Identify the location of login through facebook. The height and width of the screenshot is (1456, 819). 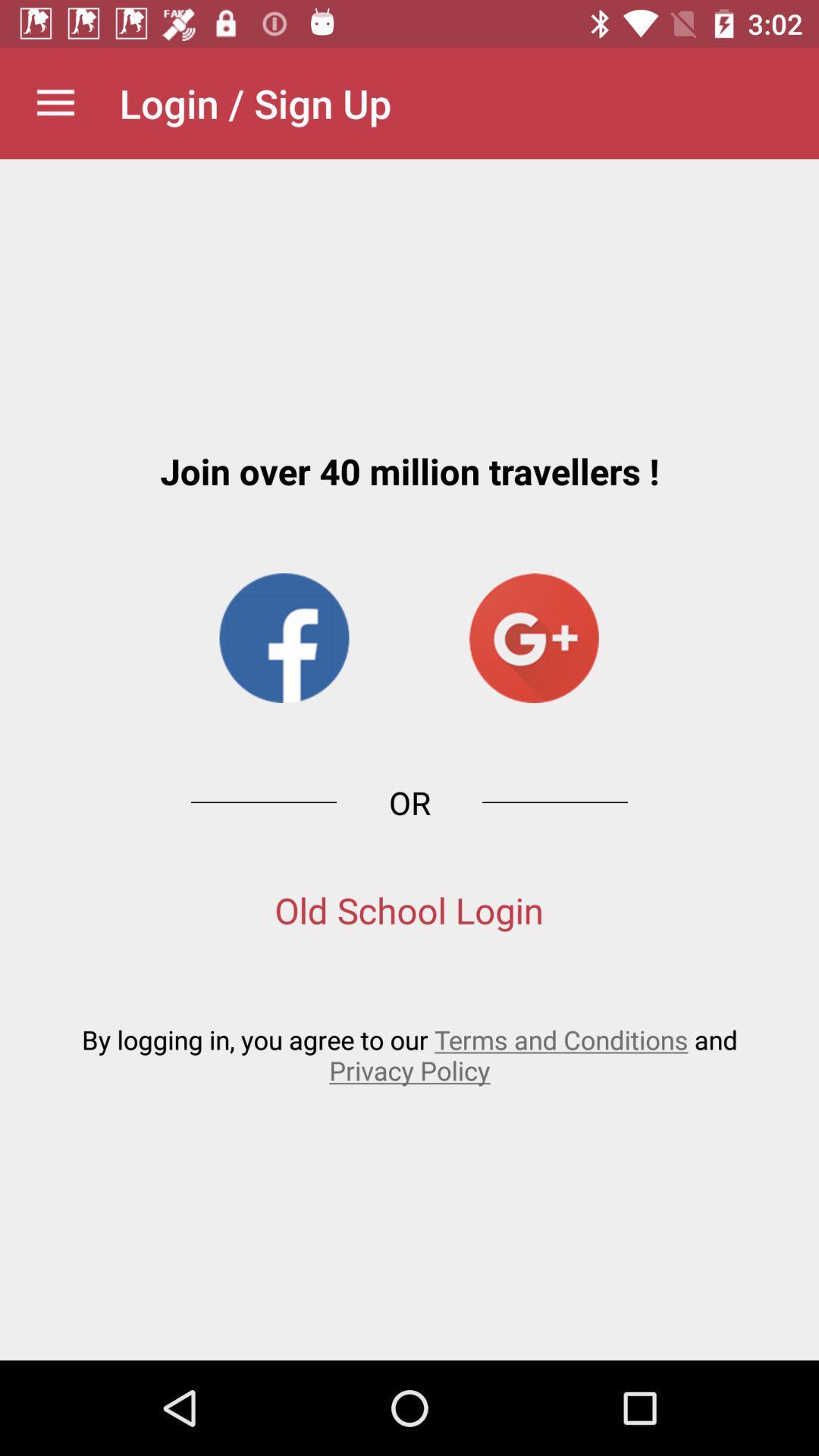
(284, 638).